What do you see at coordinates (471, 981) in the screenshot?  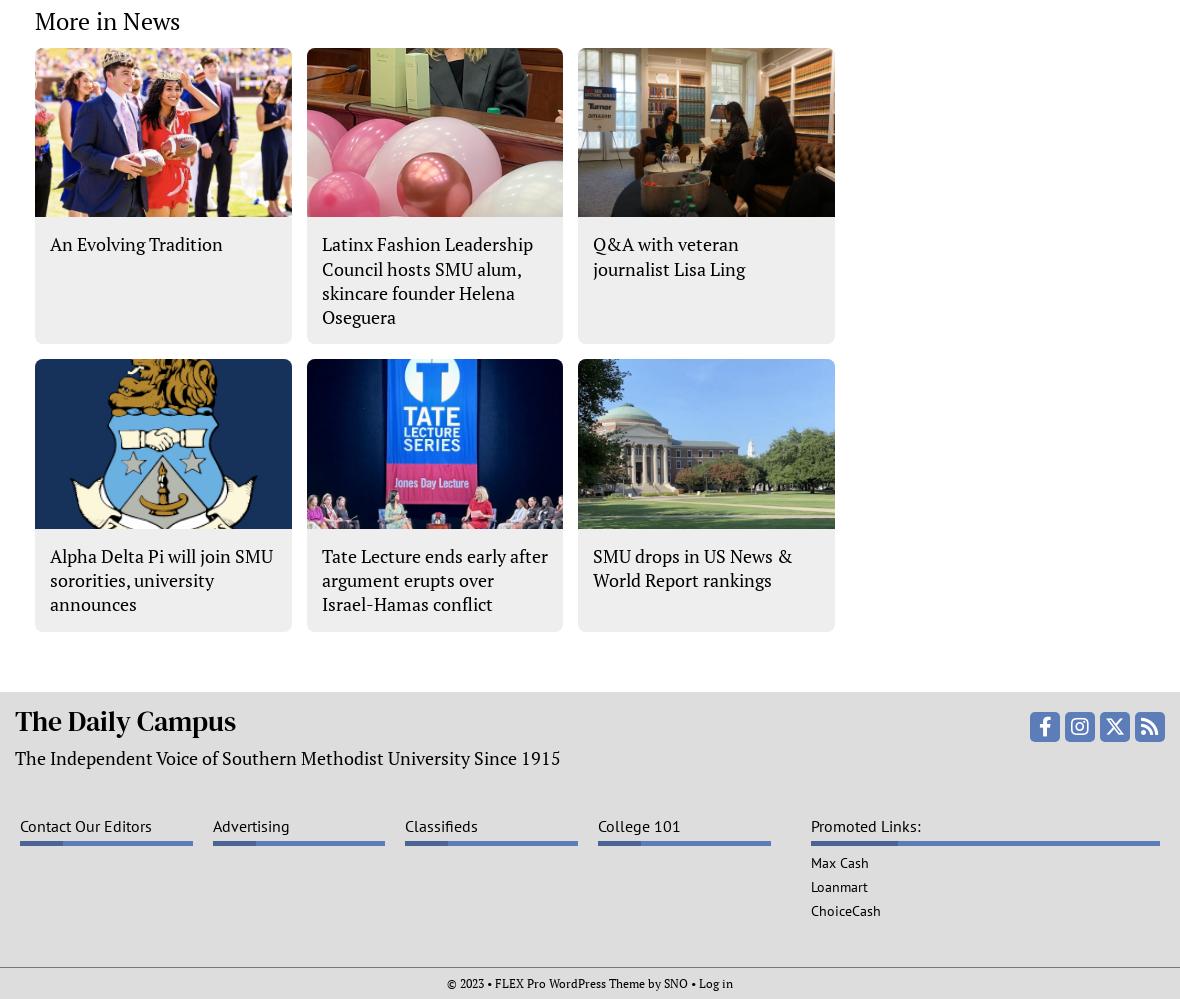 I see `'© 2023  •'` at bounding box center [471, 981].